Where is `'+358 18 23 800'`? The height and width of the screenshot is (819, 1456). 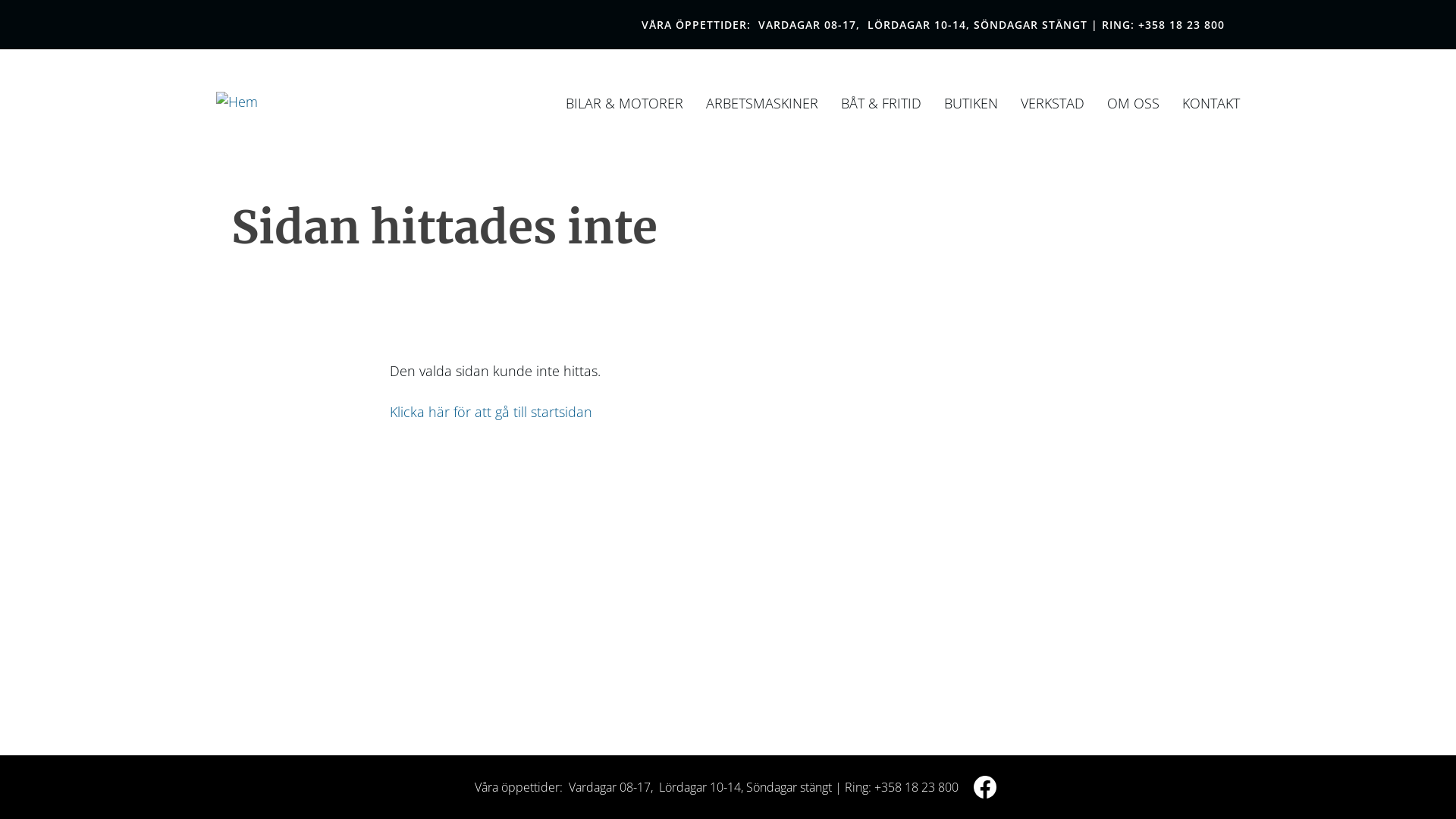
'+358 18 23 800' is located at coordinates (1181, 24).